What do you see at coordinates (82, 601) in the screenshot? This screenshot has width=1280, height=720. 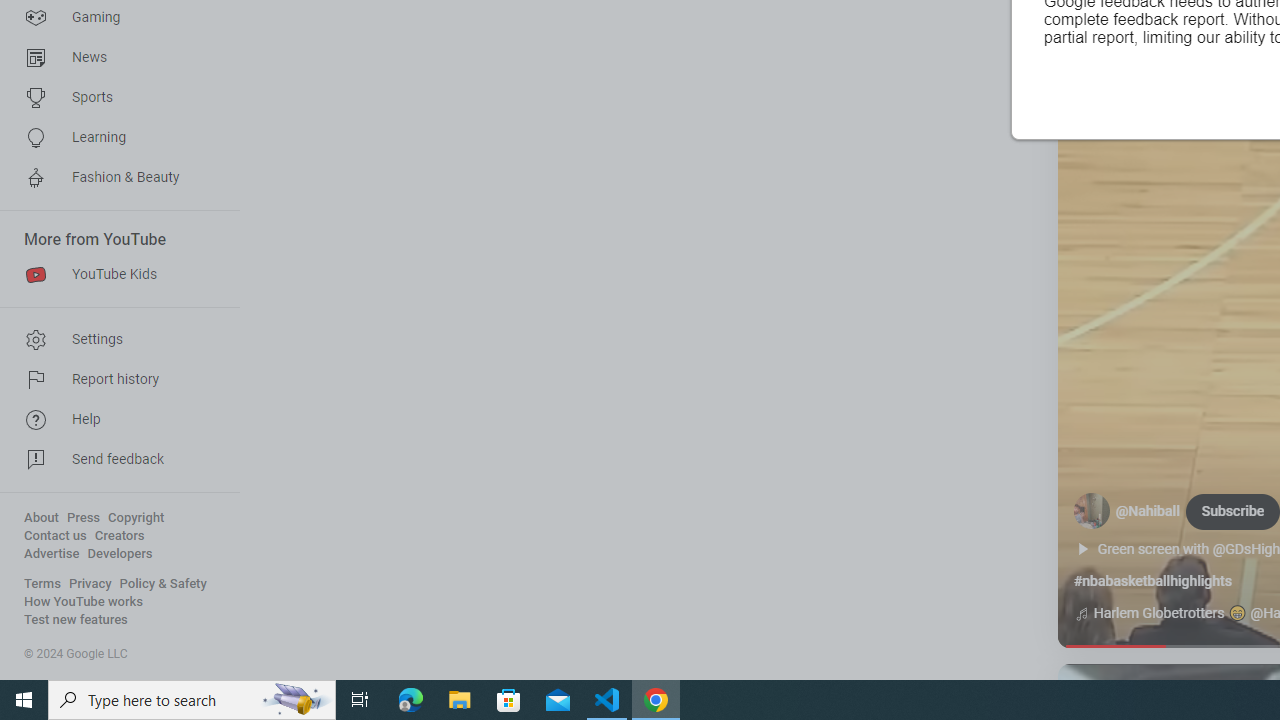 I see `'How YouTube works'` at bounding box center [82, 601].